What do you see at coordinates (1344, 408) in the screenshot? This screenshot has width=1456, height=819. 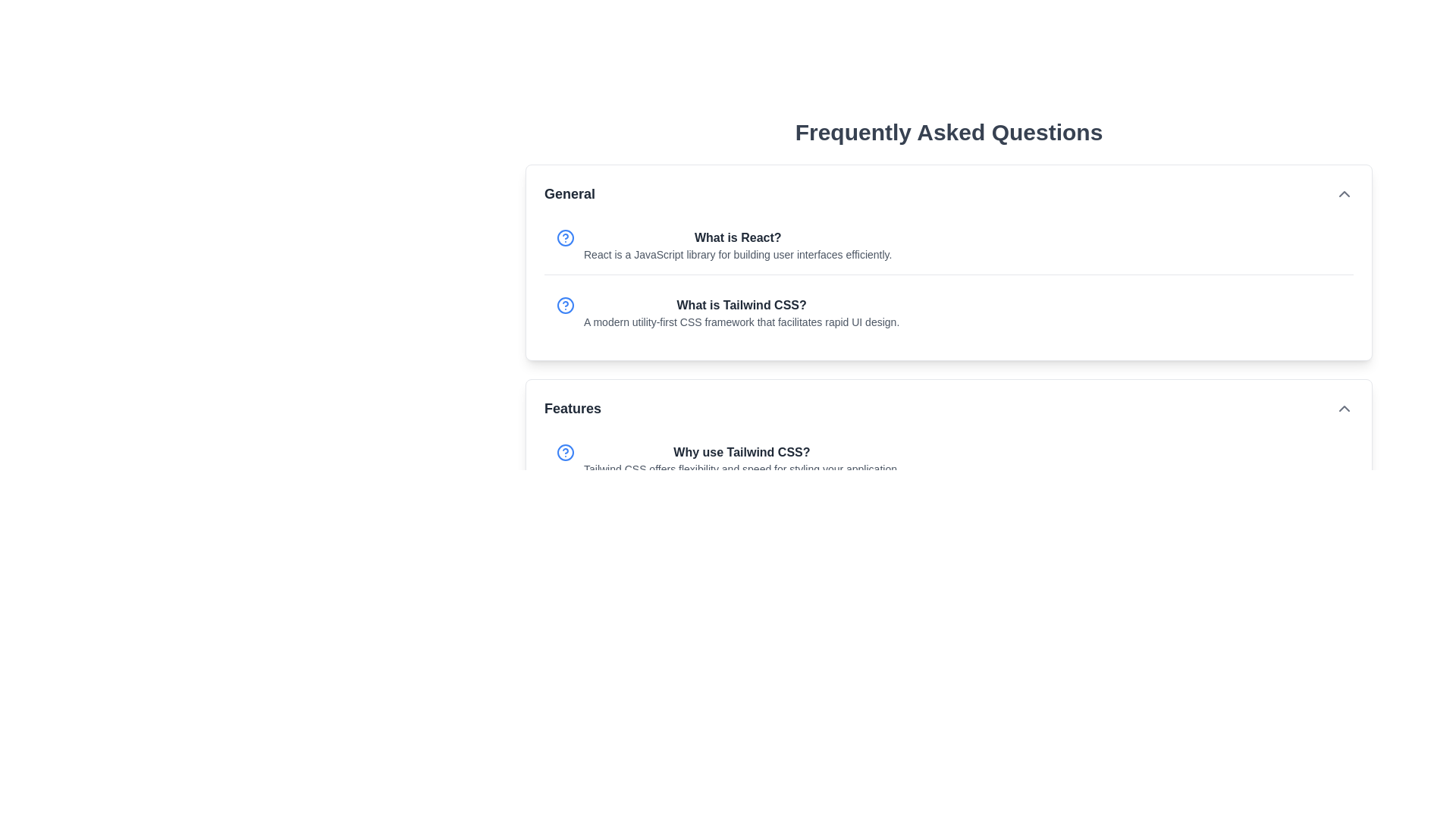 I see `the chevron icon located at the far-right edge of the 'Features' section header` at bounding box center [1344, 408].